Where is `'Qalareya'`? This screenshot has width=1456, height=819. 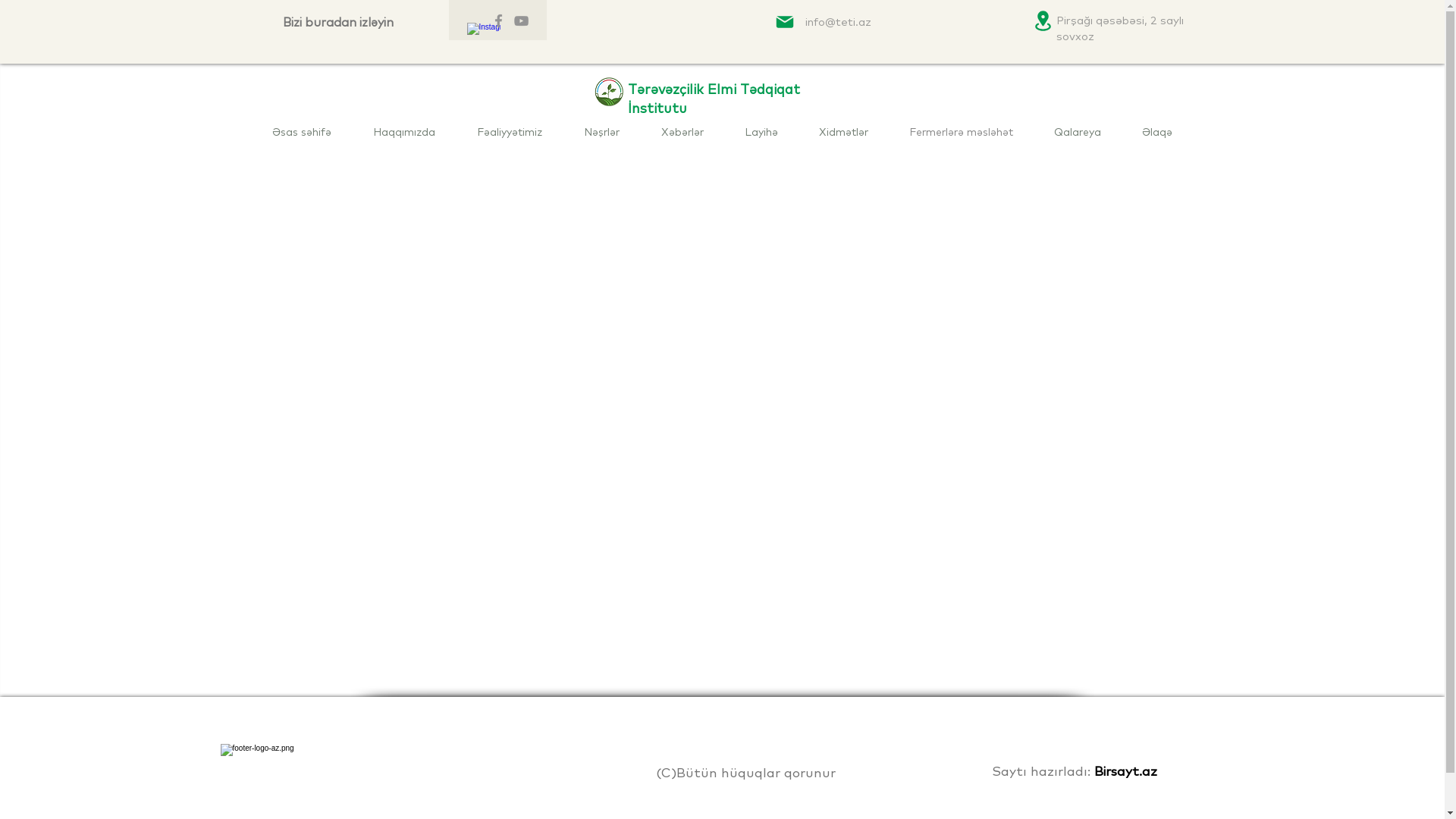
'Qalareya' is located at coordinates (1076, 131).